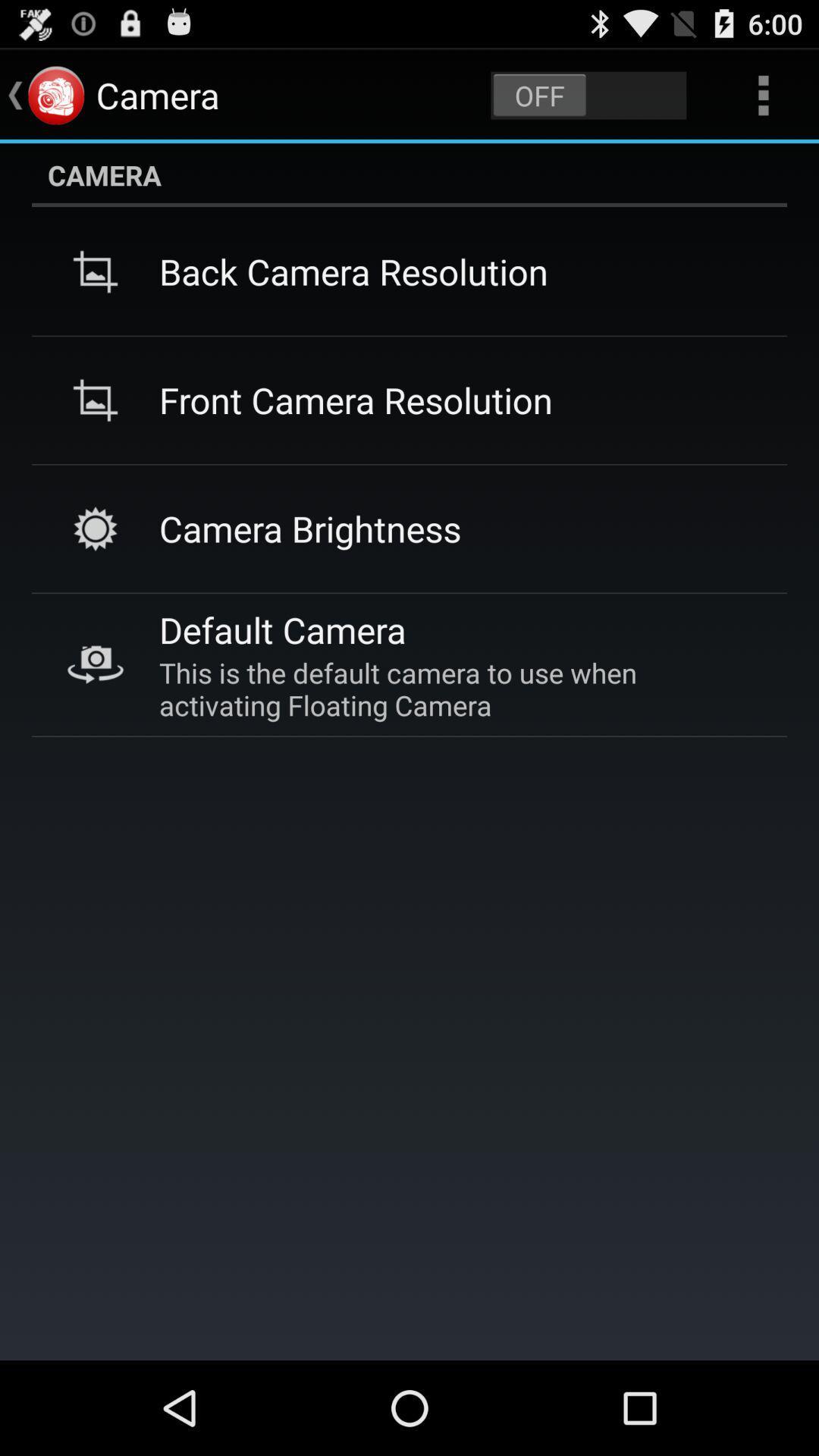  I want to click on camera brightness app, so click(309, 529).